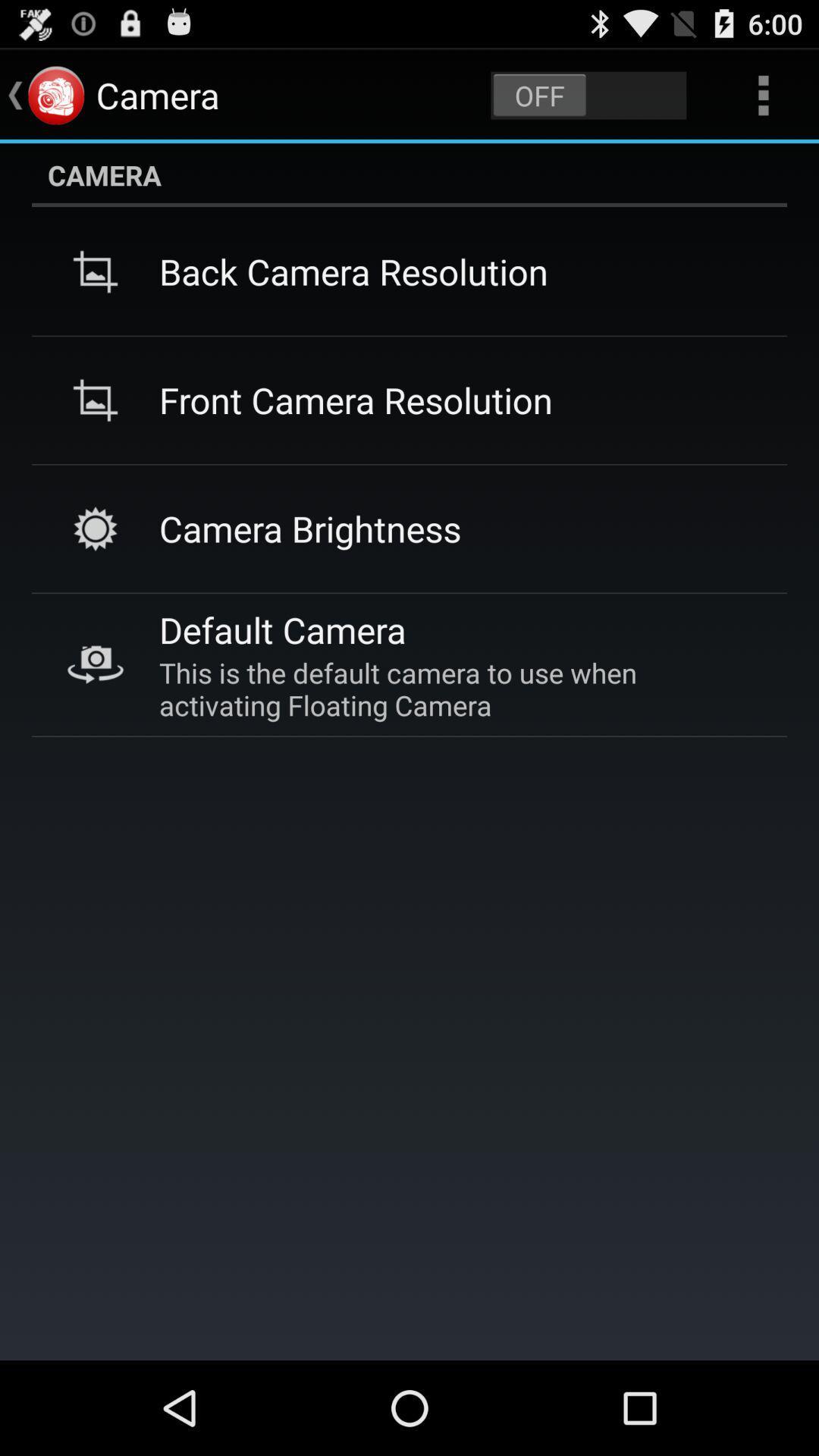  I want to click on camera brightness app, so click(309, 529).